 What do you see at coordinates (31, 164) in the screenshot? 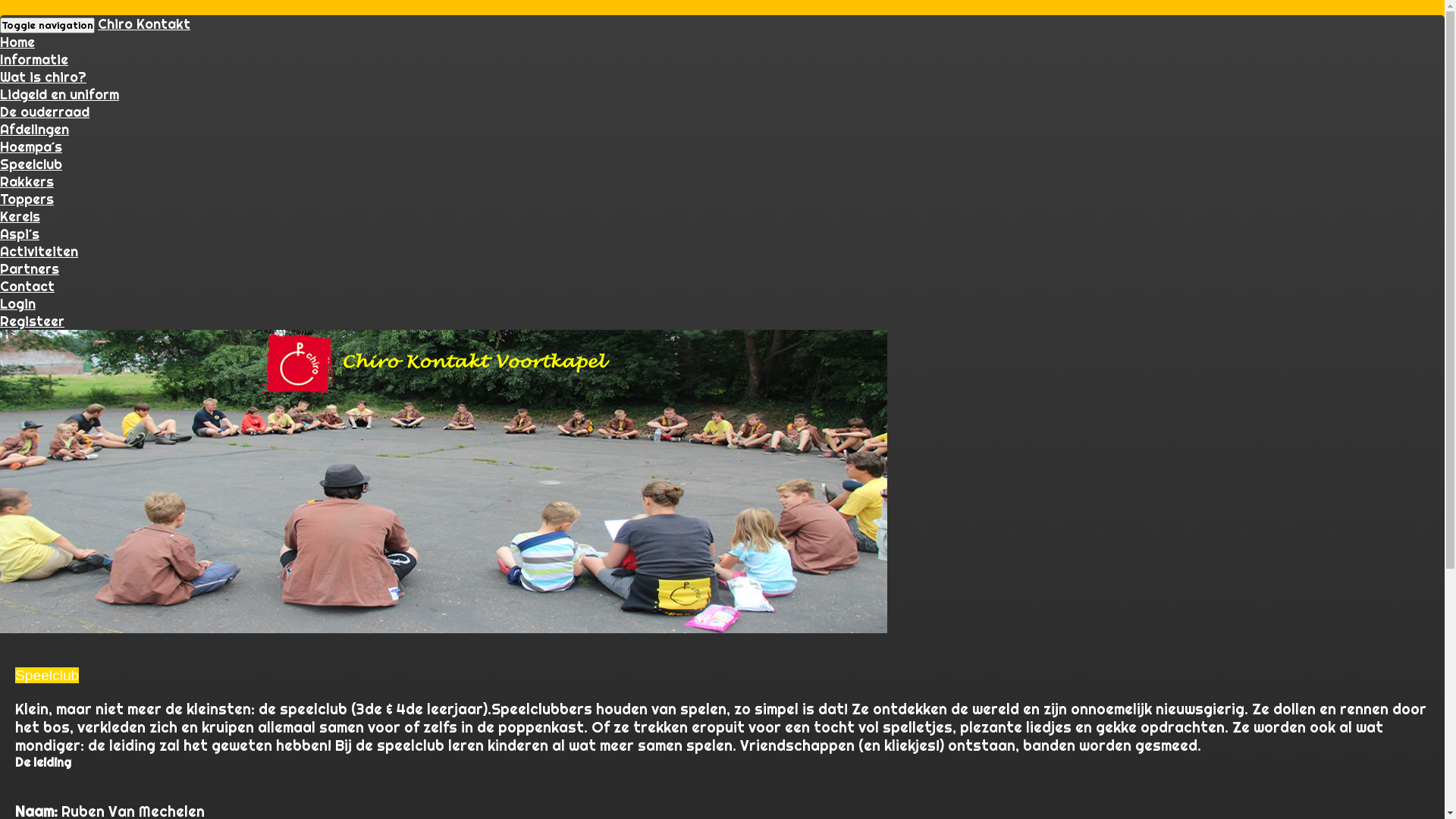
I see `'Speelclub'` at bounding box center [31, 164].